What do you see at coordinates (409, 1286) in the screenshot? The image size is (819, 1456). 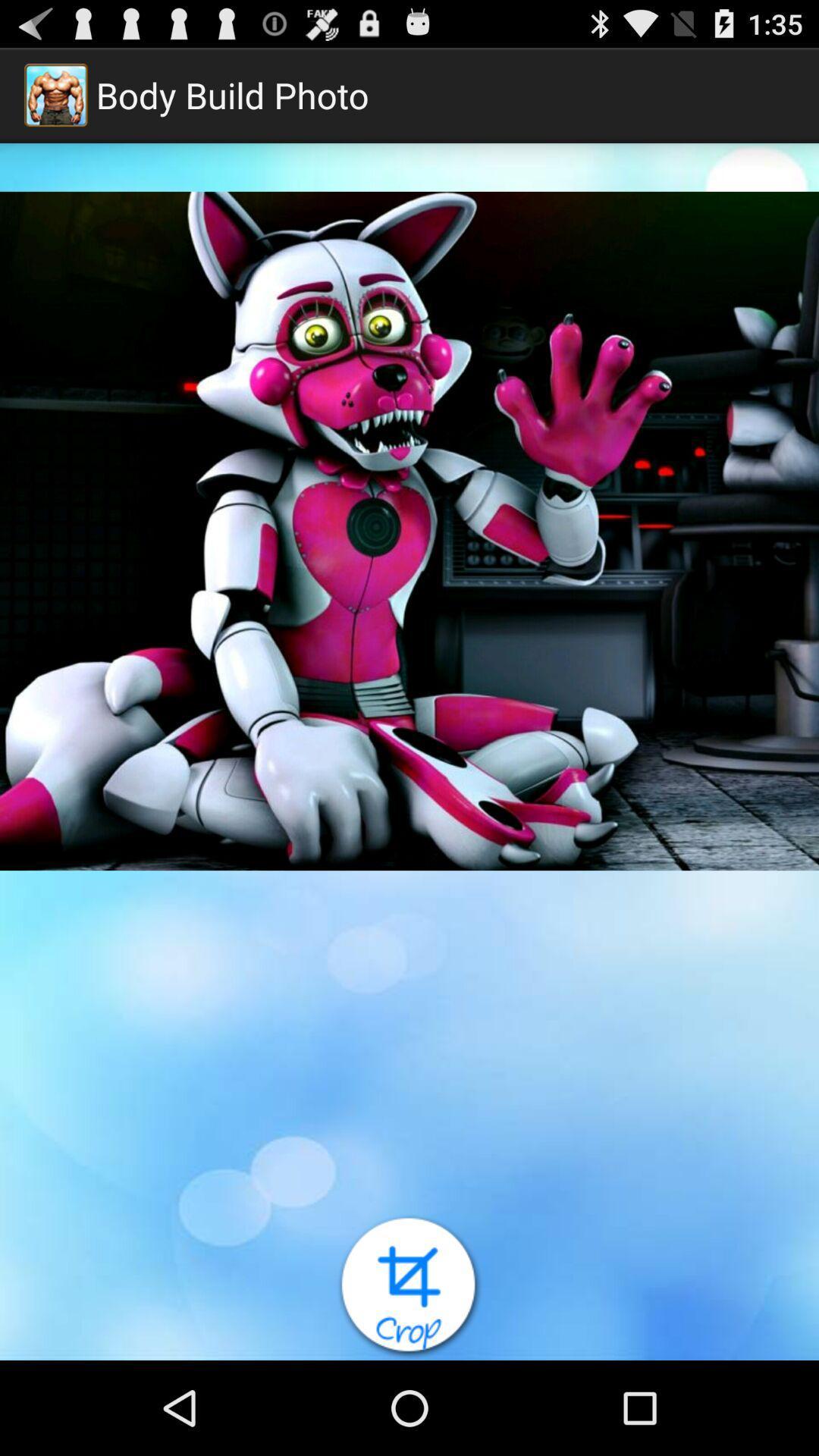 I see `crop` at bounding box center [409, 1286].